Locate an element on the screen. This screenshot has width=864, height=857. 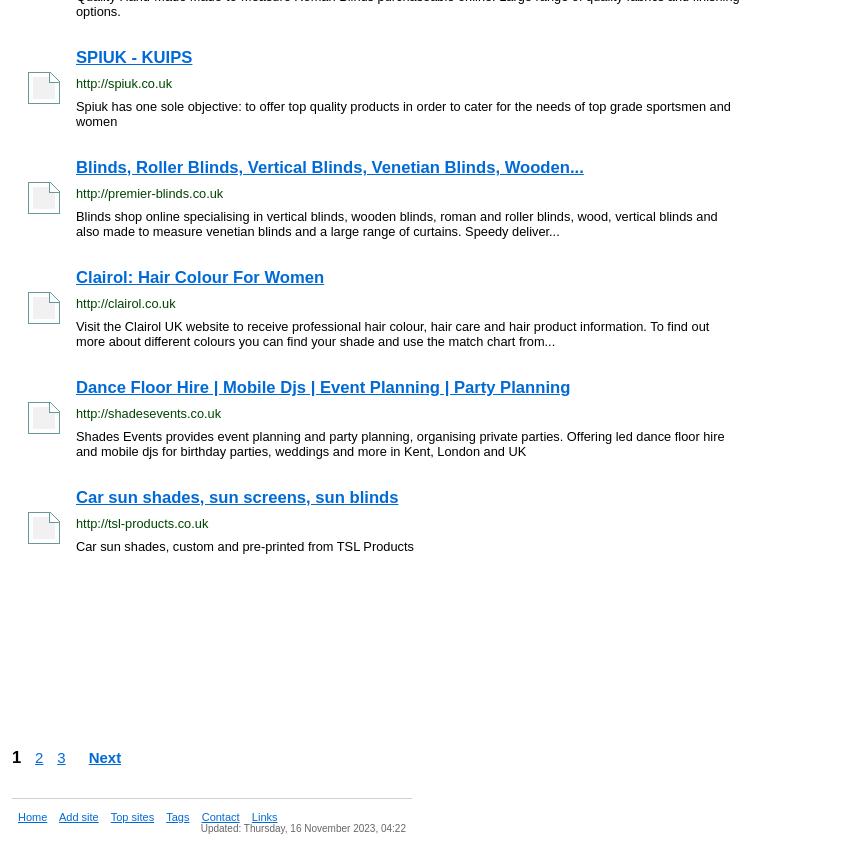
'Top sites' is located at coordinates (108, 816).